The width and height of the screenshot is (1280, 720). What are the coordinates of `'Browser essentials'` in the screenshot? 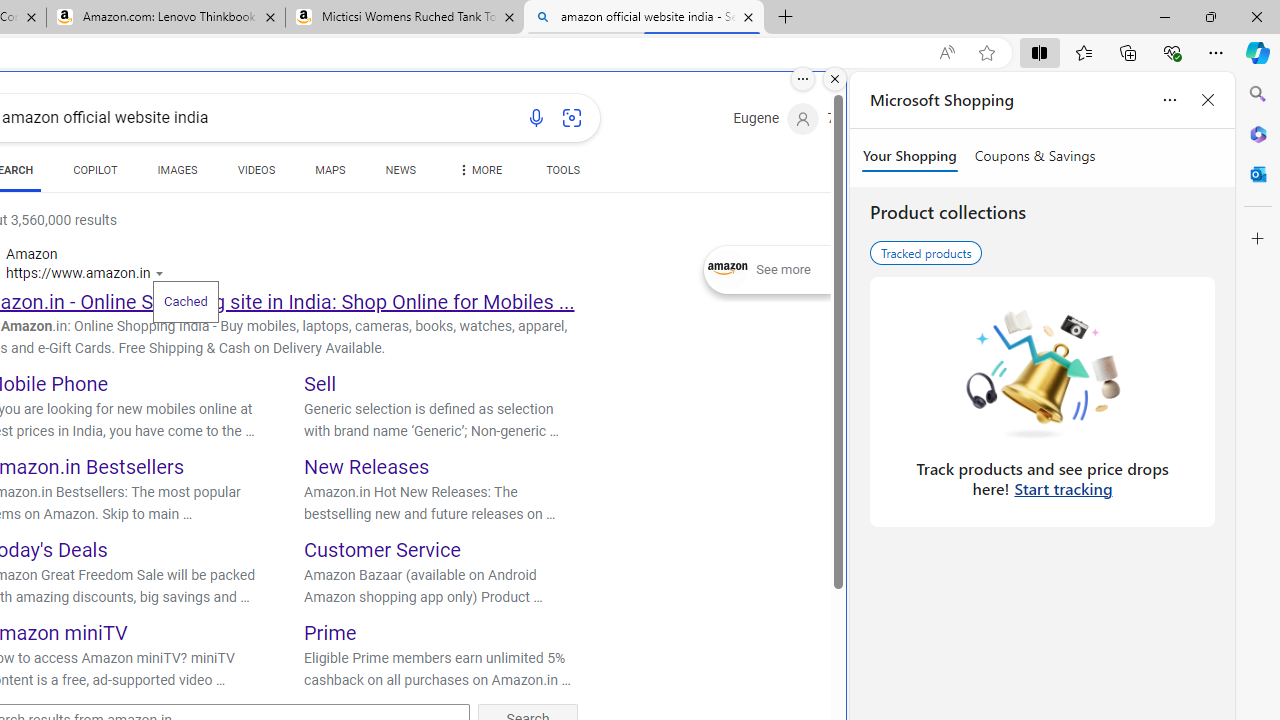 It's located at (1171, 51).